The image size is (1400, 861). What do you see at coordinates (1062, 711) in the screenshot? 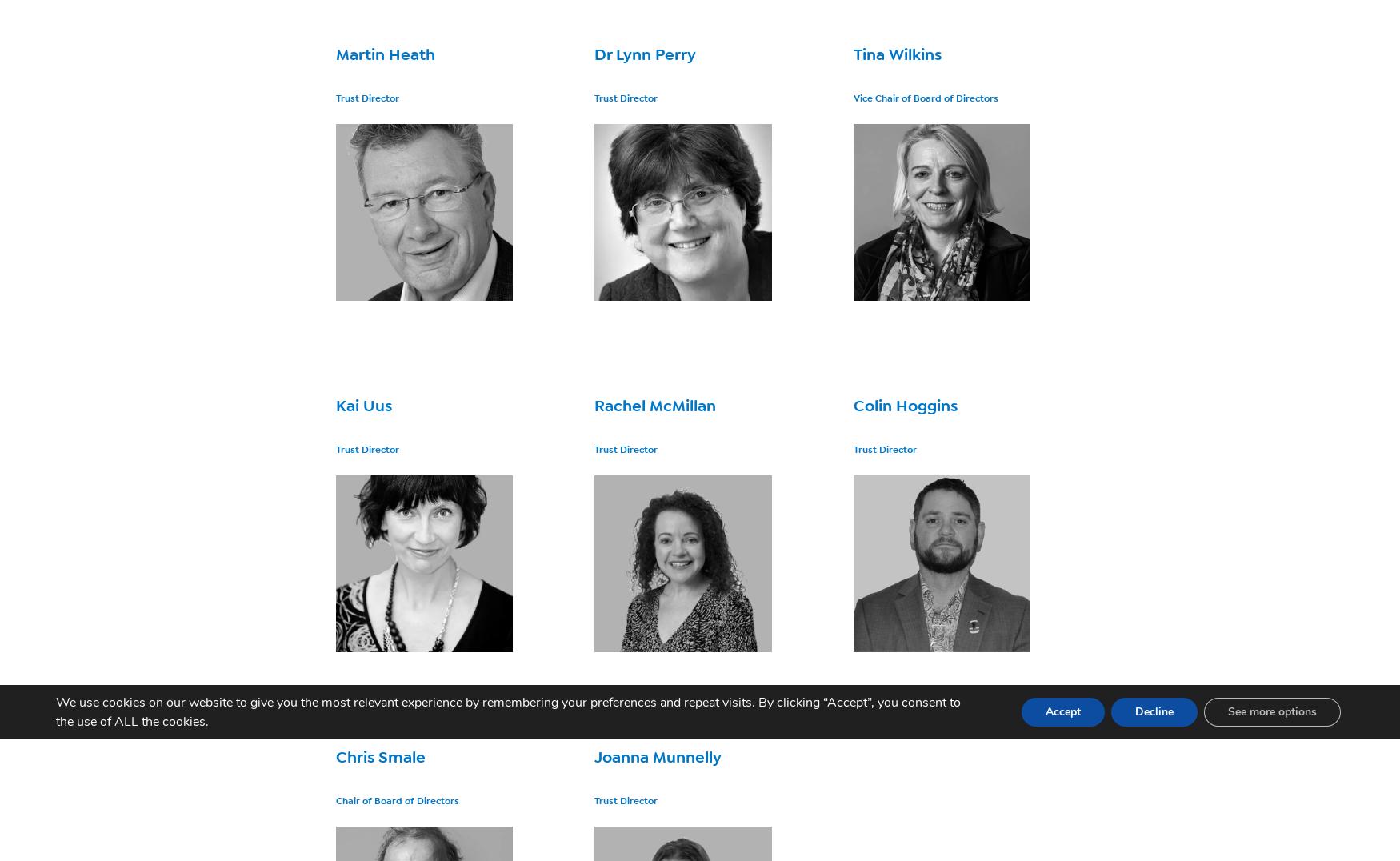
I see `'Accept'` at bounding box center [1062, 711].